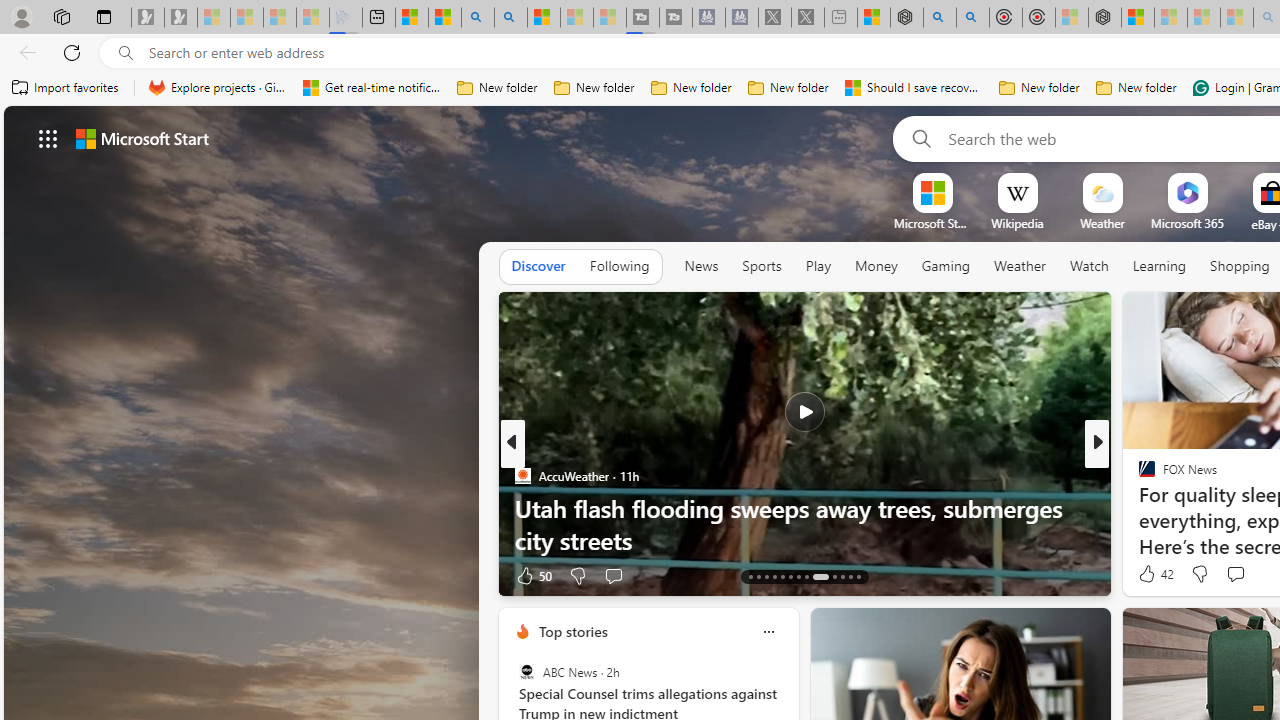 The image size is (1280, 720). Describe the element at coordinates (1234, 574) in the screenshot. I see `'Start the conversation'` at that location.